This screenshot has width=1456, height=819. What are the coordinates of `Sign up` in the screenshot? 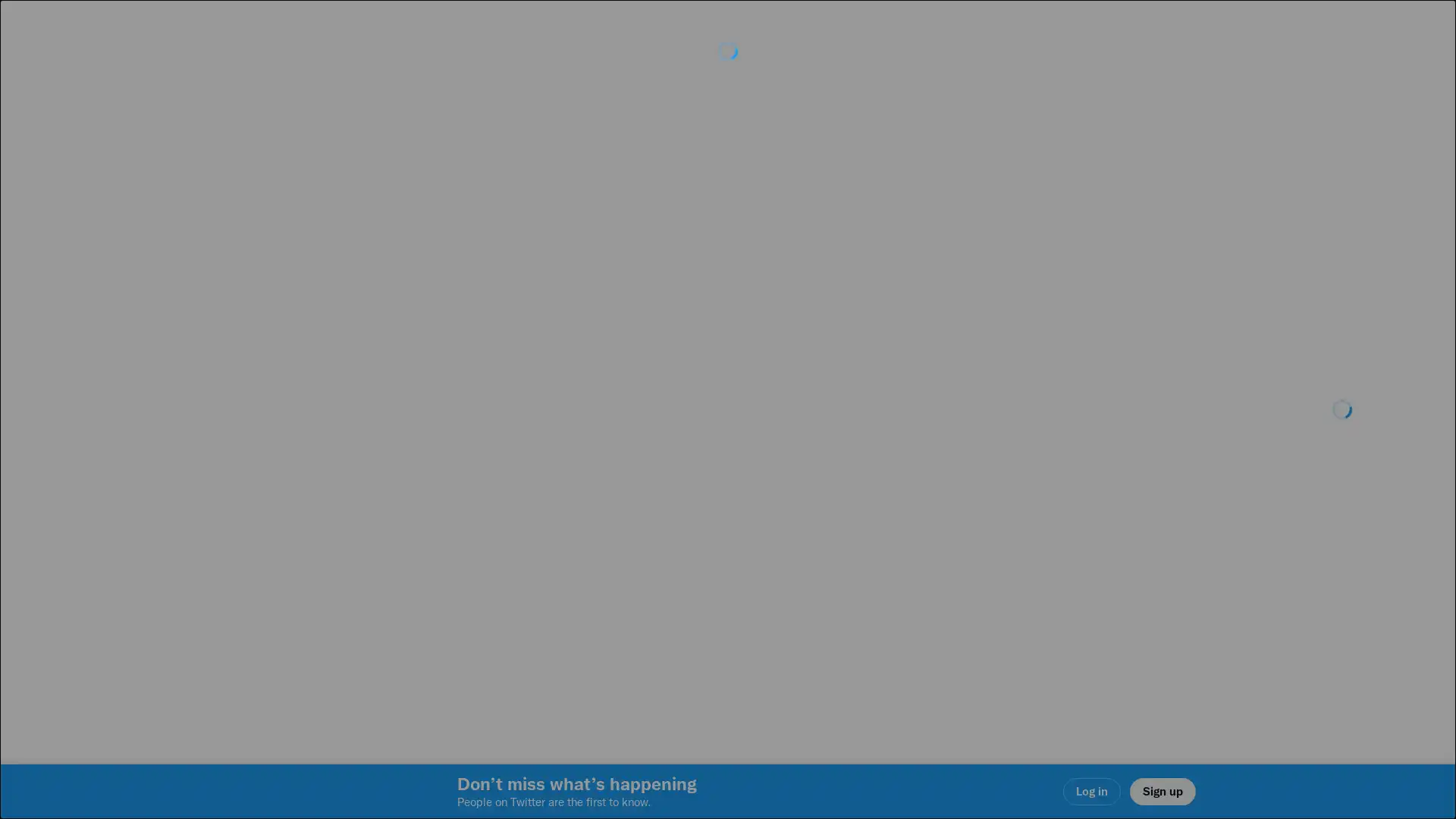 It's located at (548, 516).